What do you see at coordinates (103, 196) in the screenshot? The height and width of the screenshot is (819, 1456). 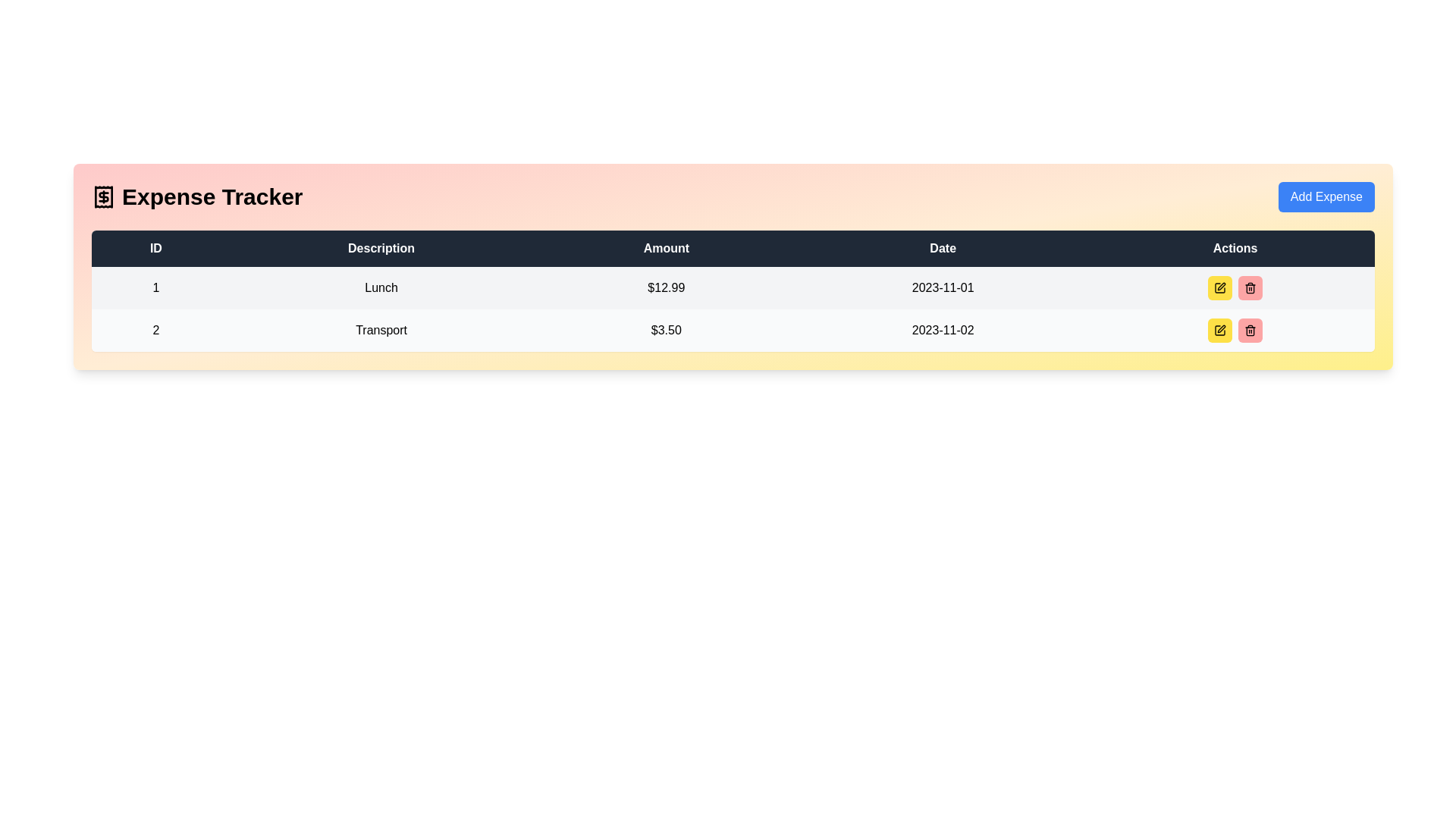 I see `the middle graphical icon of the receipt design, which has a thin black outline and is located to the left of the 'Expense Tracker' header text` at bounding box center [103, 196].